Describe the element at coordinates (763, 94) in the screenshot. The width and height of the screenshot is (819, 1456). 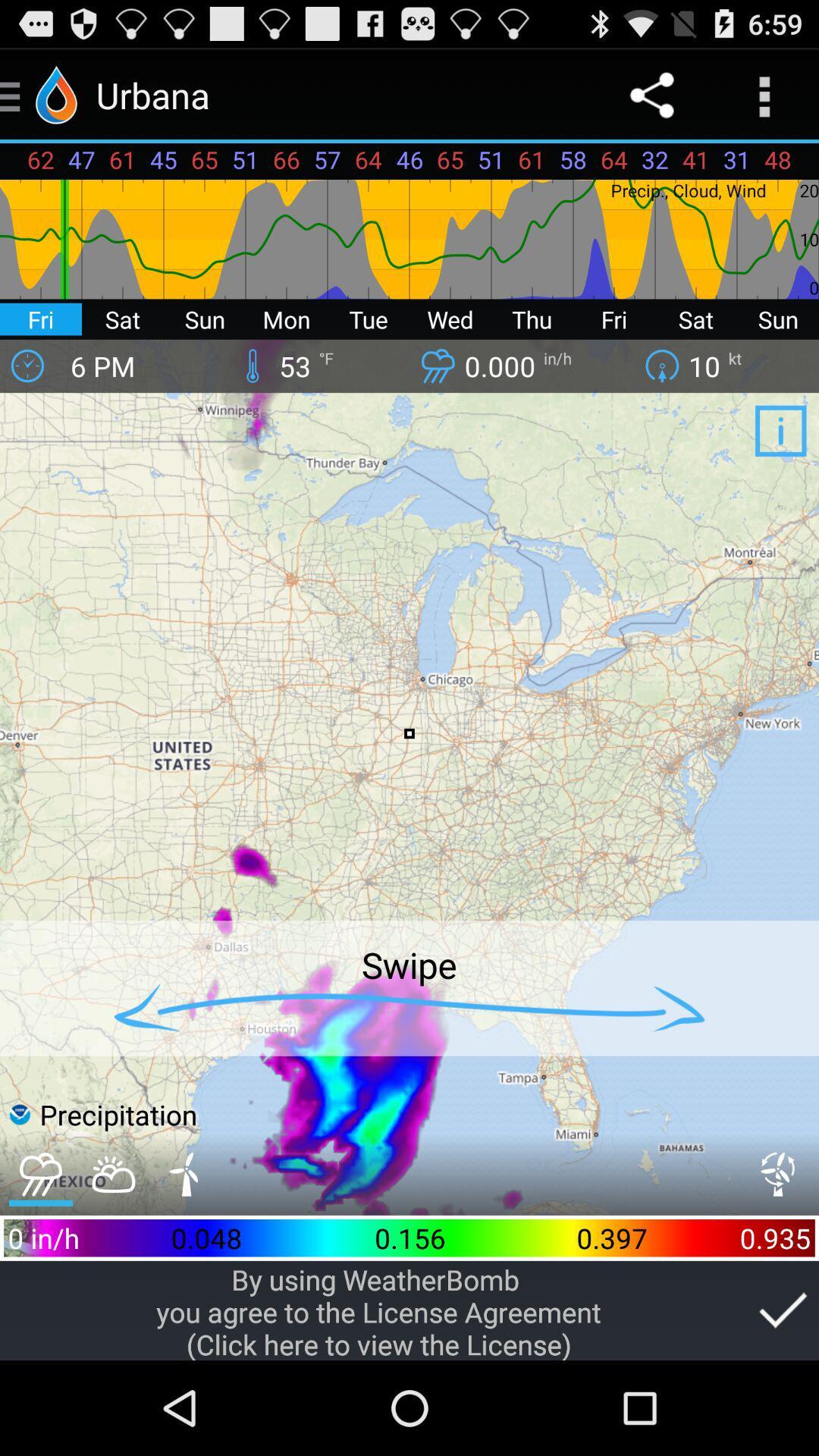
I see `app above 41` at that location.